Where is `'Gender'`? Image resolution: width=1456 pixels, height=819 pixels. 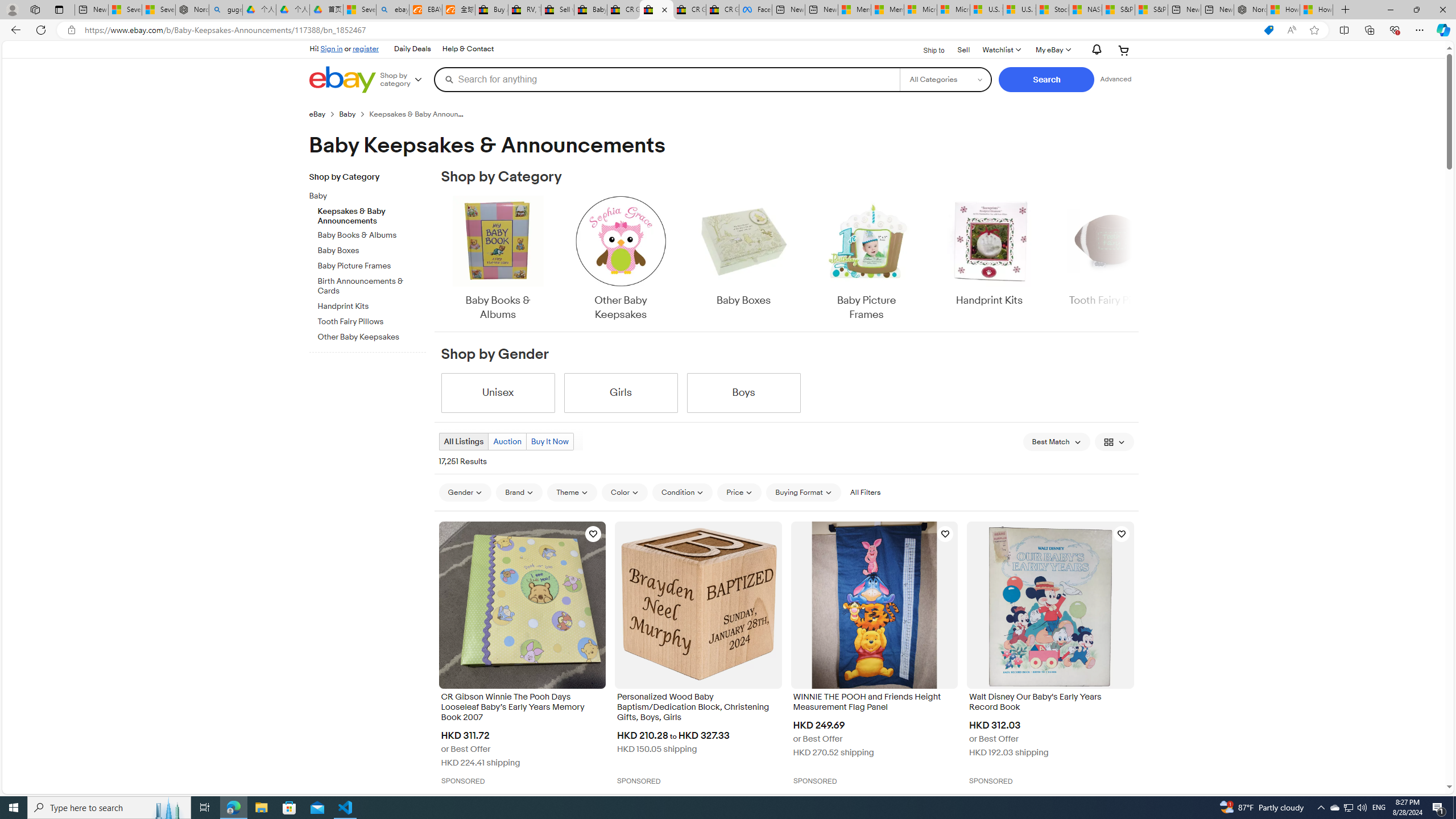
'Gender' is located at coordinates (464, 492).